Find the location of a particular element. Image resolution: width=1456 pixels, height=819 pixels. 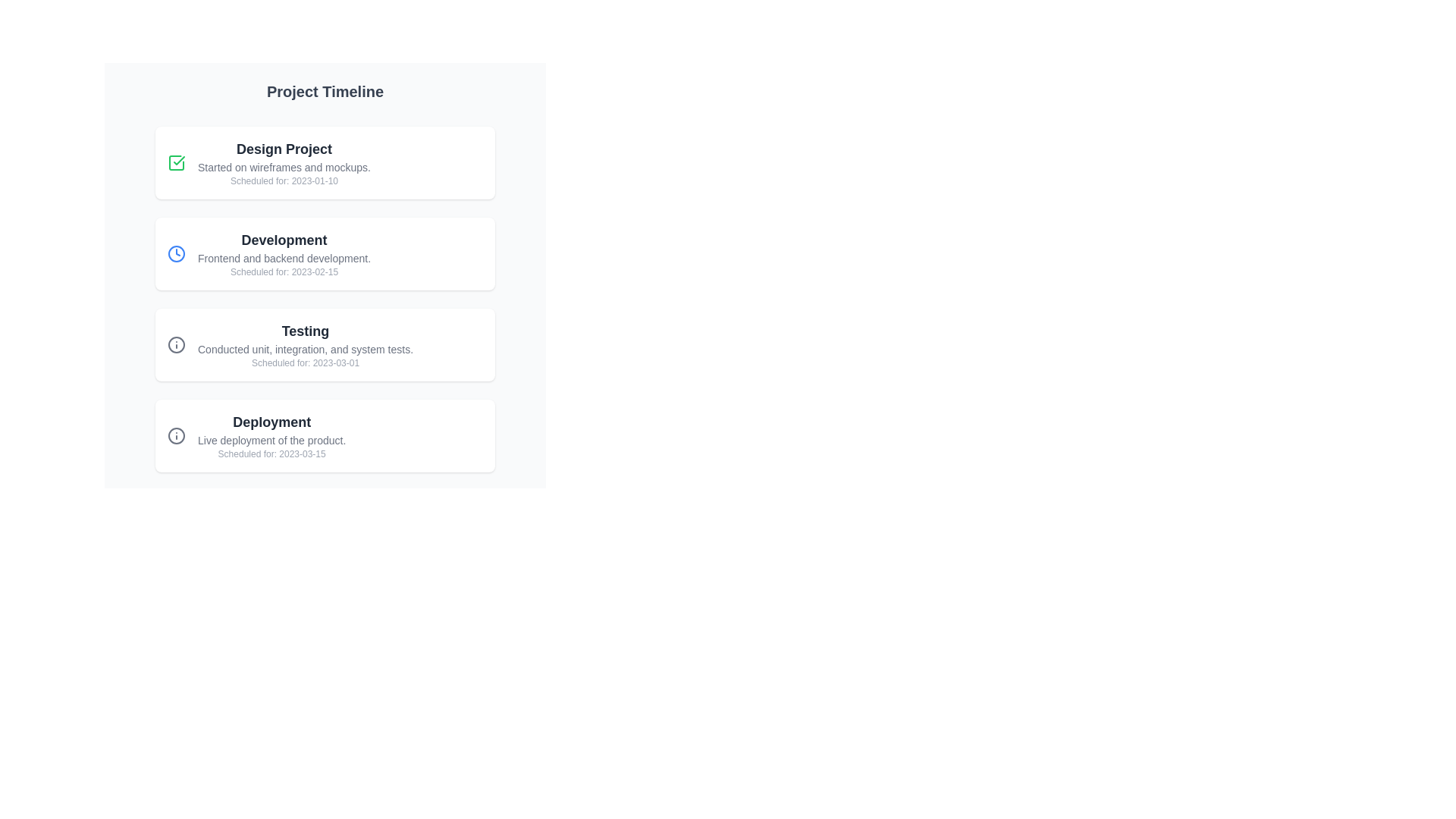

the title text element of the first card, which summarizes the main theme or topic of the content presented in the card is located at coordinates (284, 149).